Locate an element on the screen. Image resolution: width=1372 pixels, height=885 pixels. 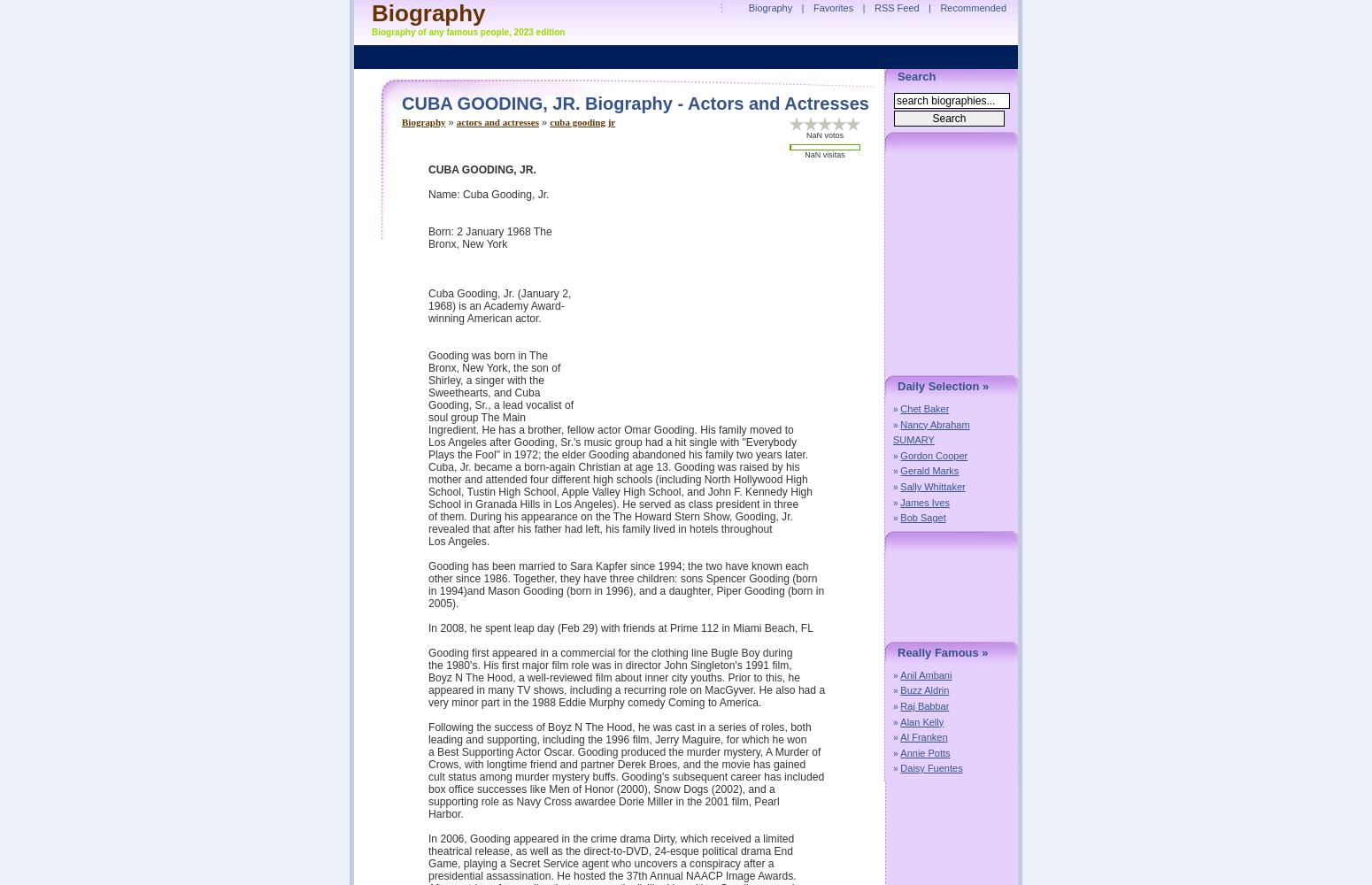
'In 2006, Gooding appeared in the crime drama Dirty, which received a limited' is located at coordinates (428, 838).